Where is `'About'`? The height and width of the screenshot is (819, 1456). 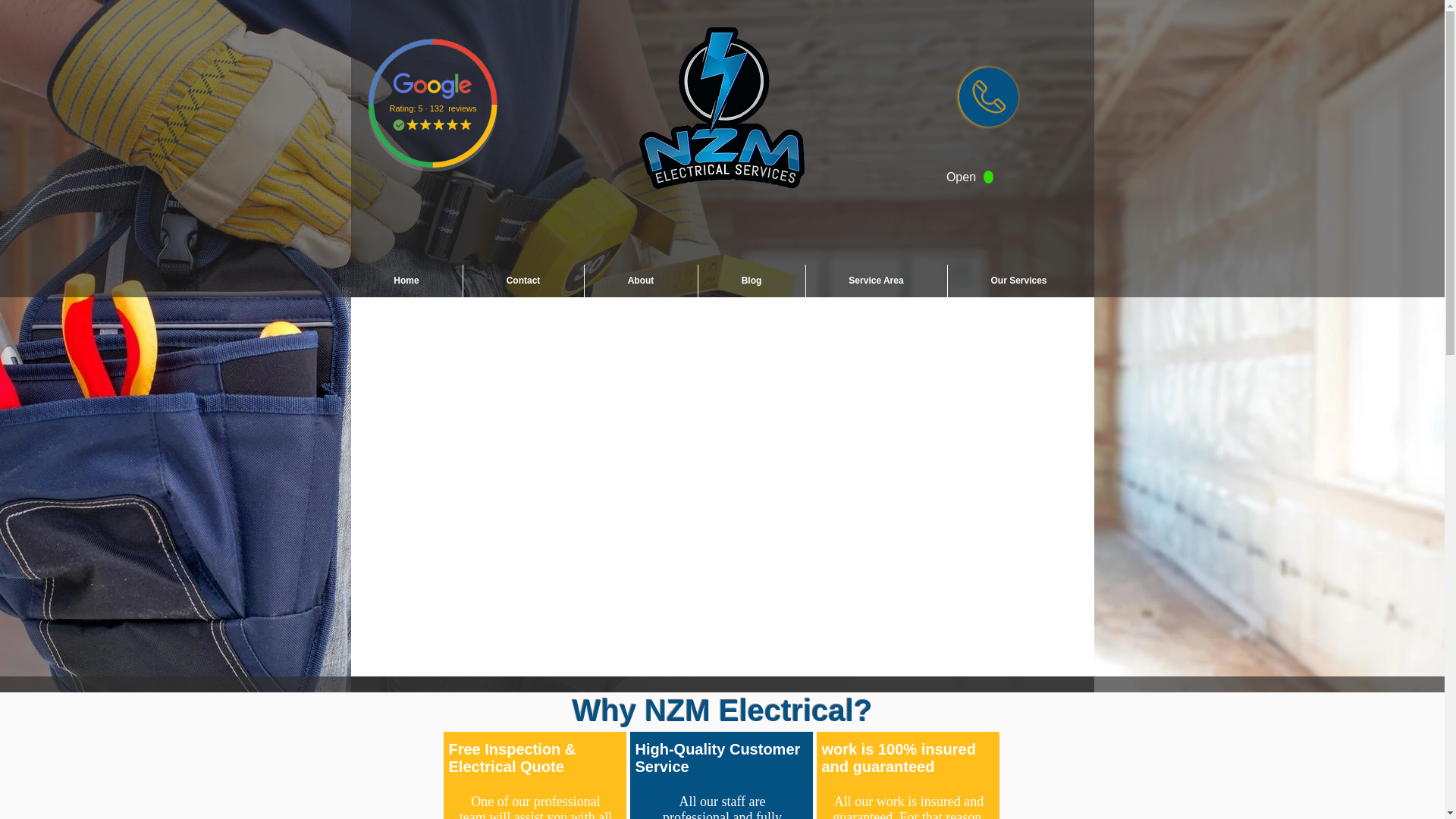 'About' is located at coordinates (582, 281).